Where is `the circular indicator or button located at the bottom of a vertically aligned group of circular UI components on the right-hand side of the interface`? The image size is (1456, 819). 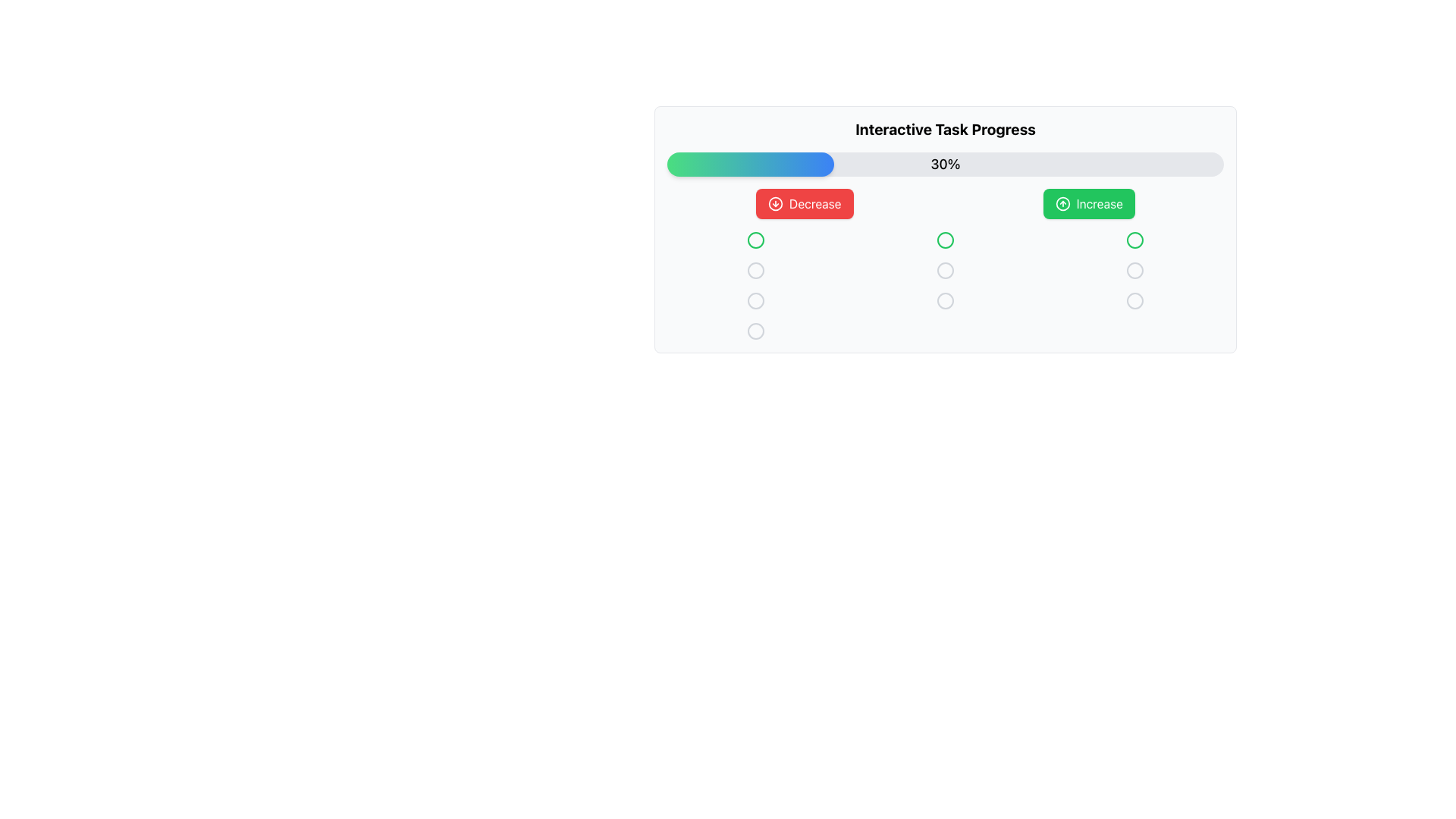 the circular indicator or button located at the bottom of a vertically aligned group of circular UI components on the right-hand side of the interface is located at coordinates (756, 330).